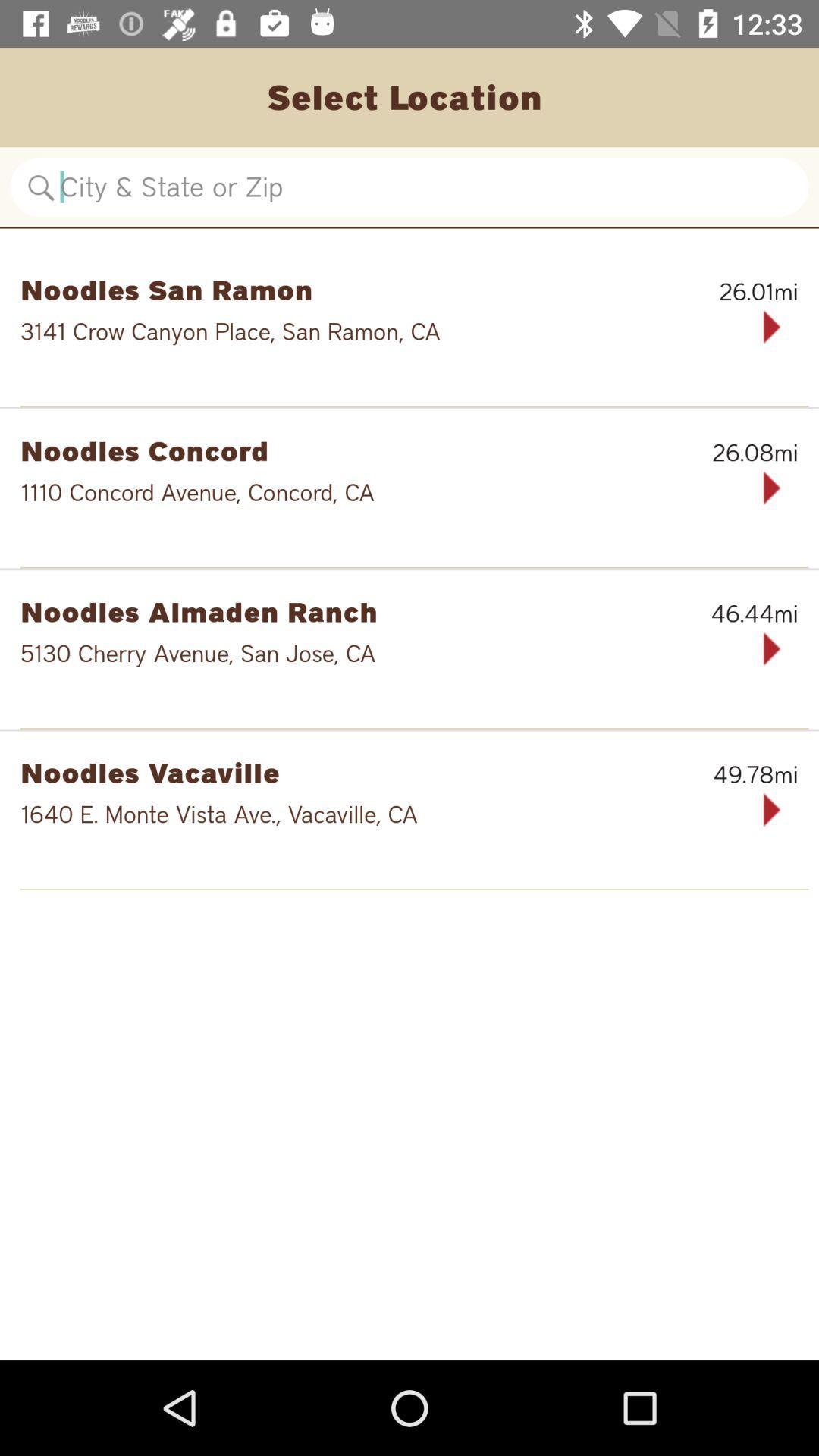 Image resolution: width=819 pixels, height=1456 pixels. Describe the element at coordinates (720, 774) in the screenshot. I see `the 49.78mi` at that location.